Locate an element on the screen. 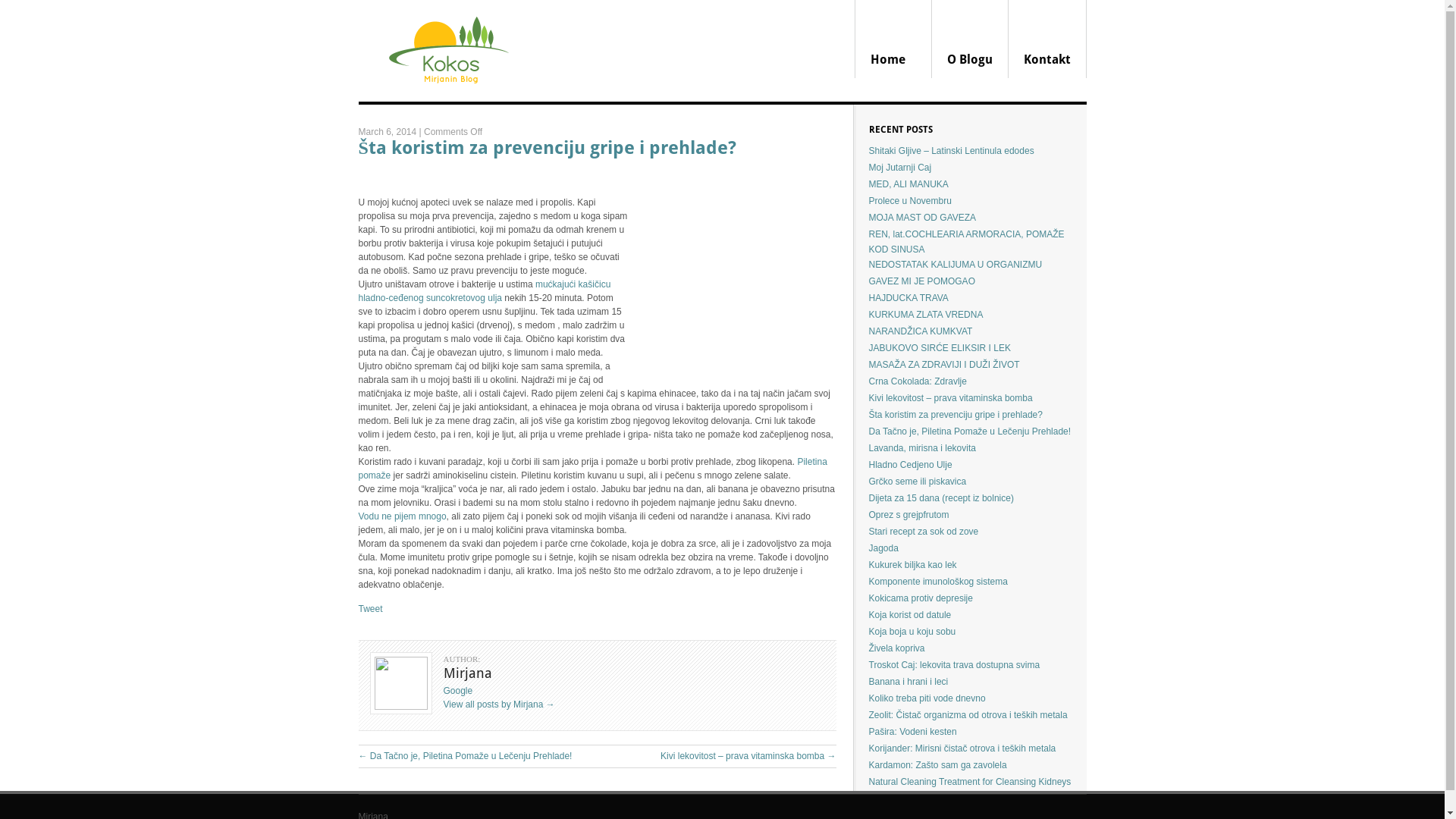 This screenshot has height=819, width=1456. 'Jagoda' is located at coordinates (883, 548).